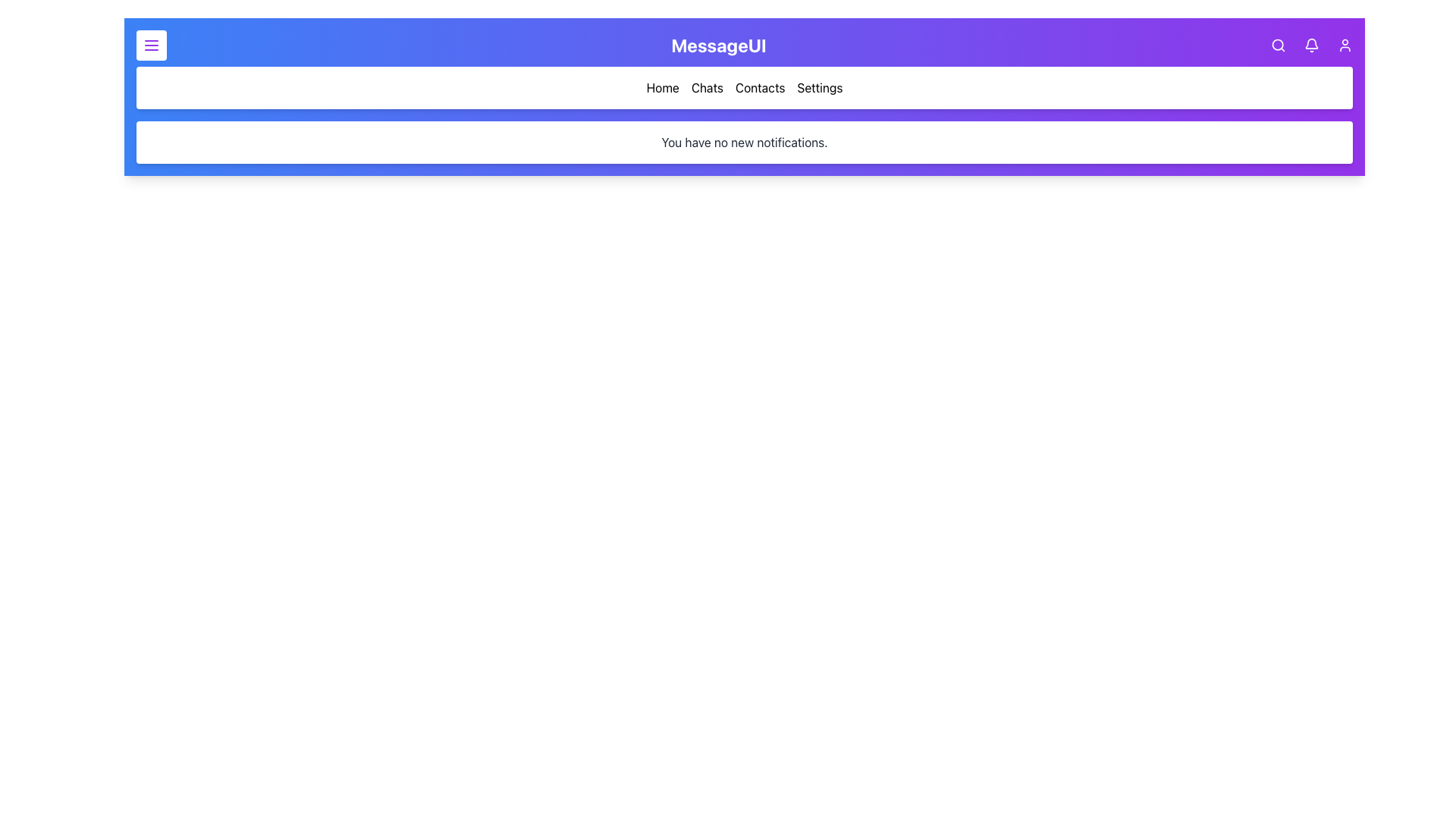  What do you see at coordinates (1277, 45) in the screenshot?
I see `the magnifying glass icon button located in the top-right corner of the header bar to initiate a search` at bounding box center [1277, 45].